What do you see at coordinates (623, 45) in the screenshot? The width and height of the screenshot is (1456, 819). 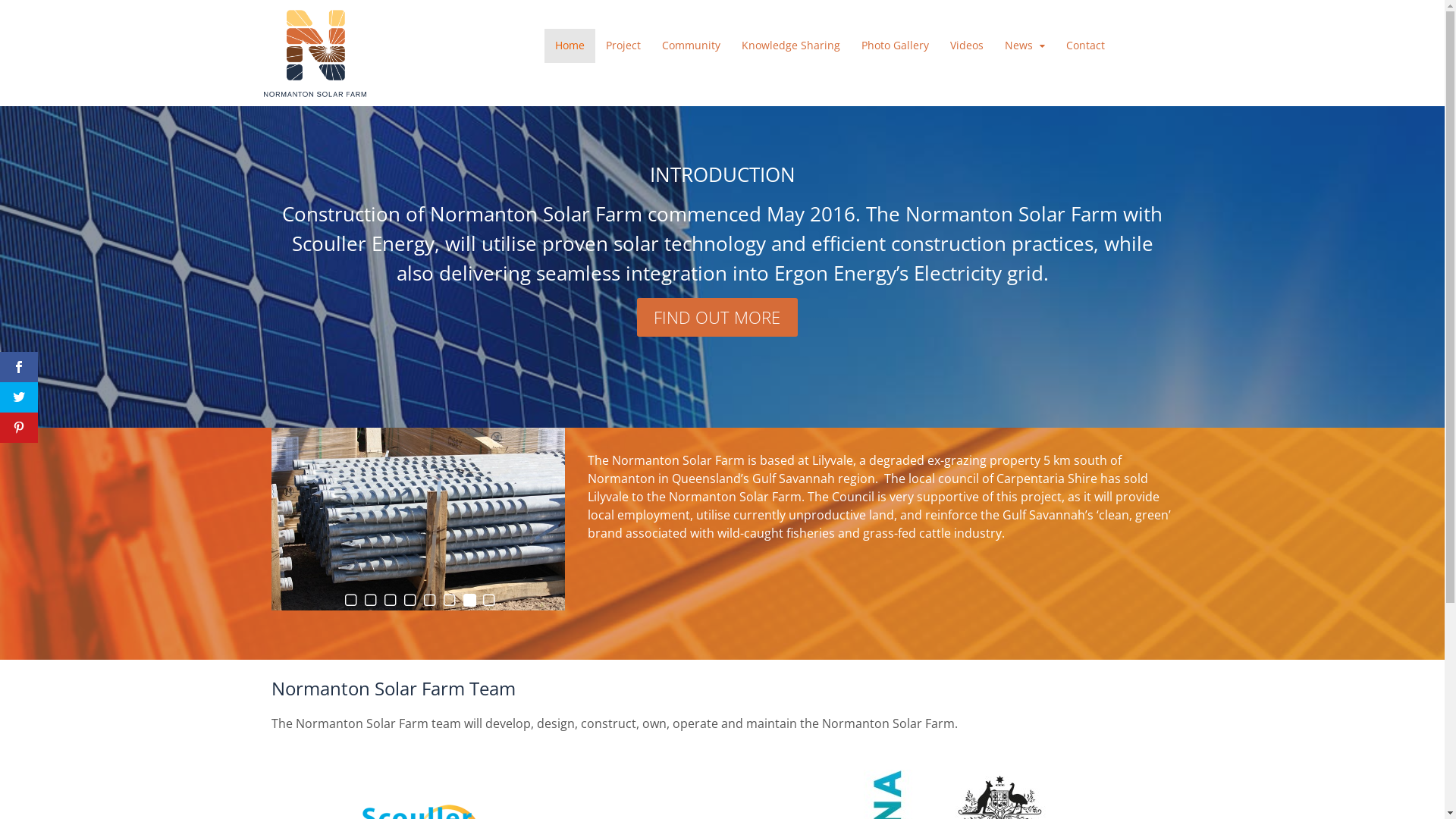 I see `'Project'` at bounding box center [623, 45].